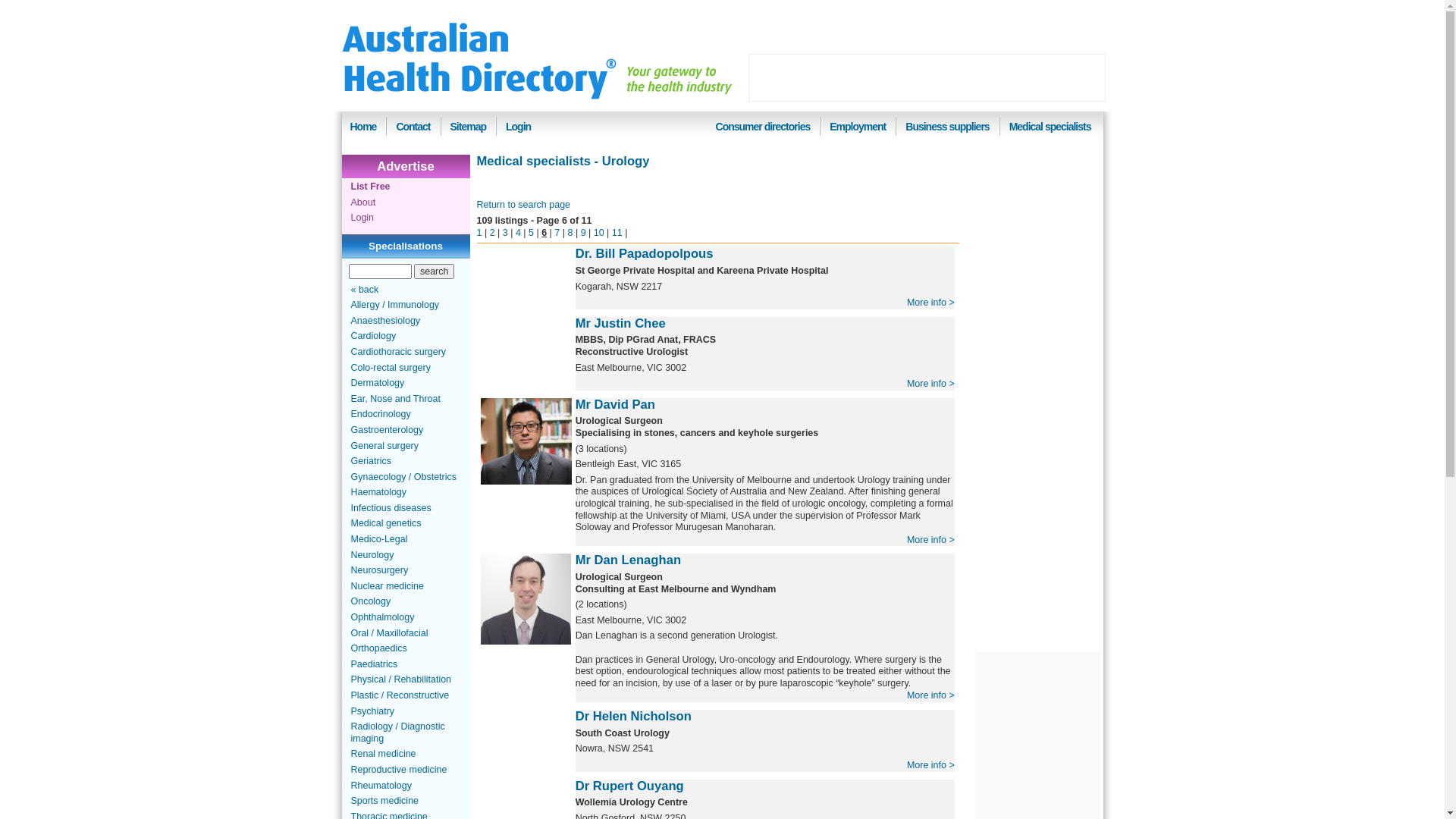 This screenshot has width=1456, height=819. What do you see at coordinates (349, 538) in the screenshot?
I see `'Medico-Legal'` at bounding box center [349, 538].